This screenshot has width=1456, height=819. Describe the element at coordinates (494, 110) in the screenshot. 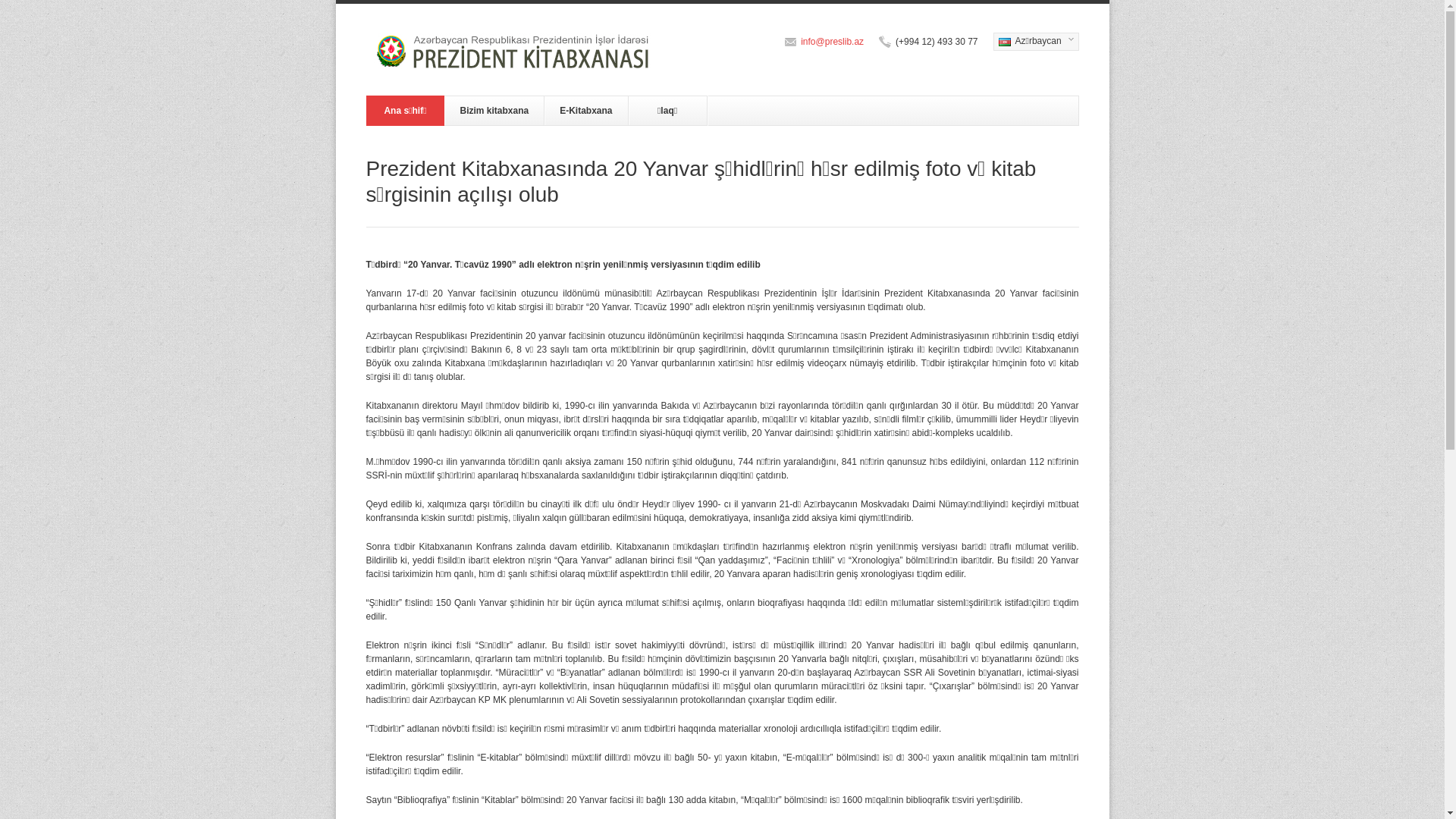

I see `'Bizim kitabxana'` at that location.